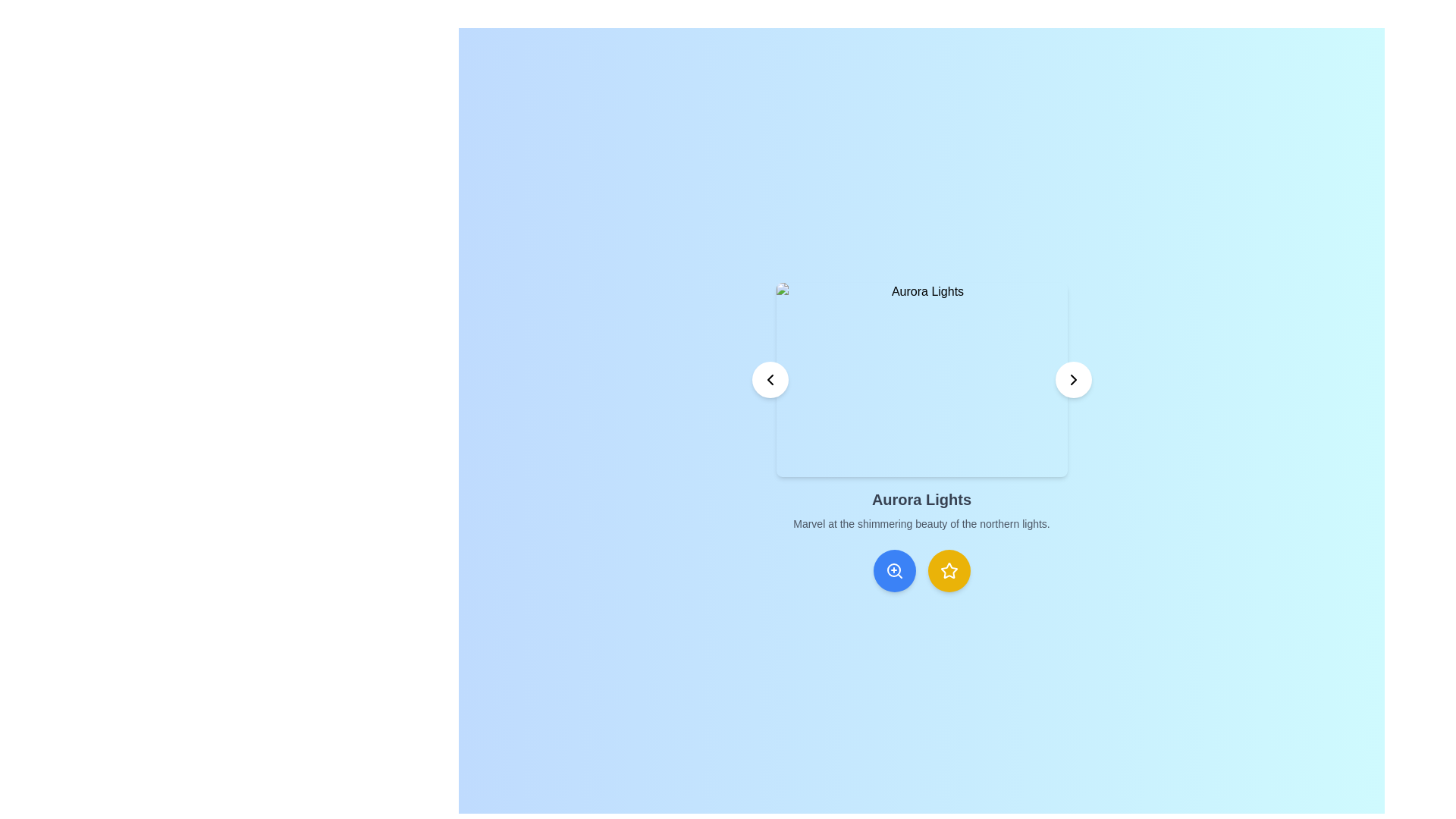  I want to click on the favorite button with a star icon, located to the right of the blue circular magnifying glass button, below the title 'Aurora Lights', so click(948, 570).